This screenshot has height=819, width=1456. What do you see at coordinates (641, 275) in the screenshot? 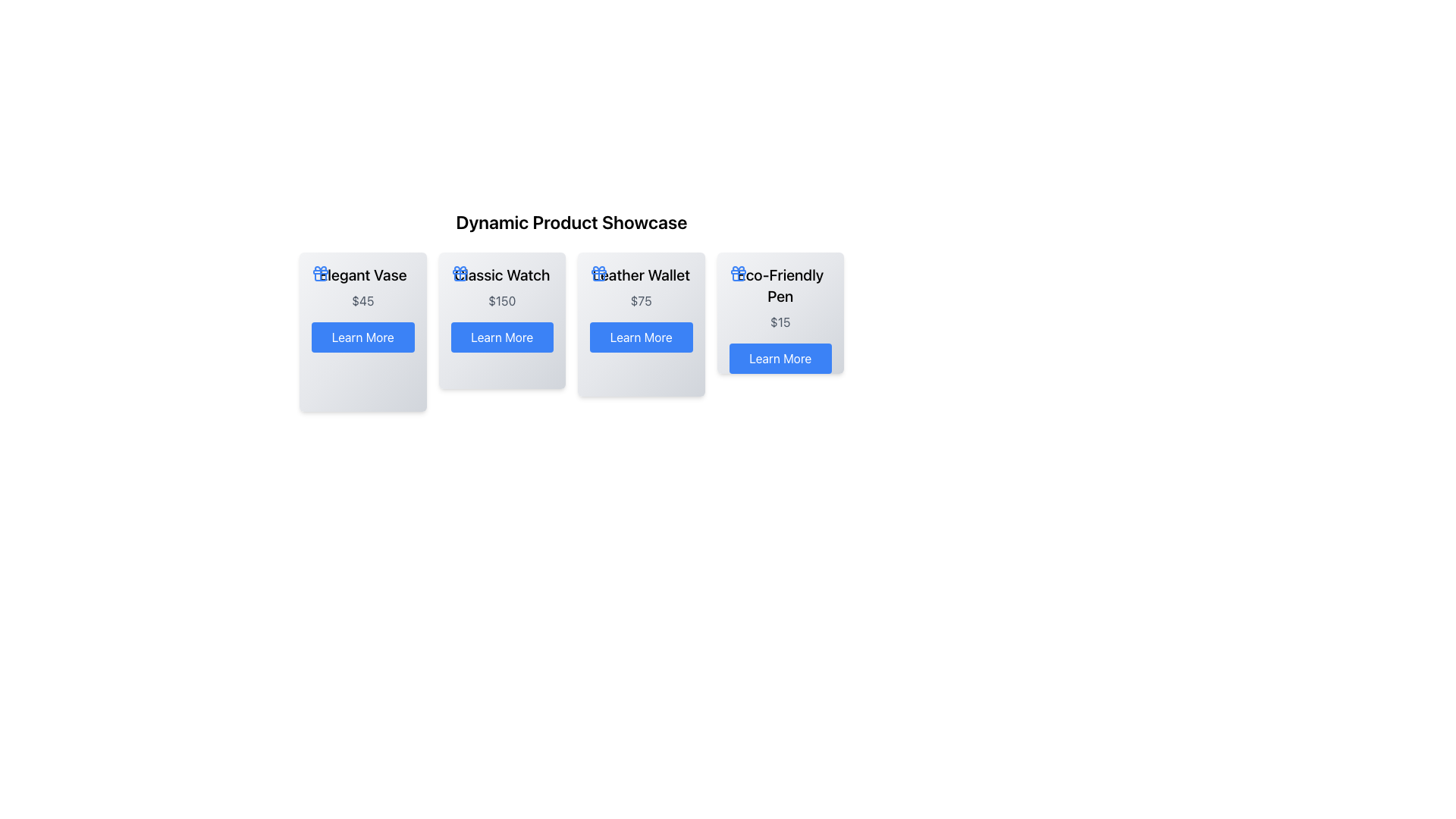
I see `text label that displays 'Leather Wallet', which is the second text item in the product card layout, positioned below an icon and above the '$75' price text` at bounding box center [641, 275].